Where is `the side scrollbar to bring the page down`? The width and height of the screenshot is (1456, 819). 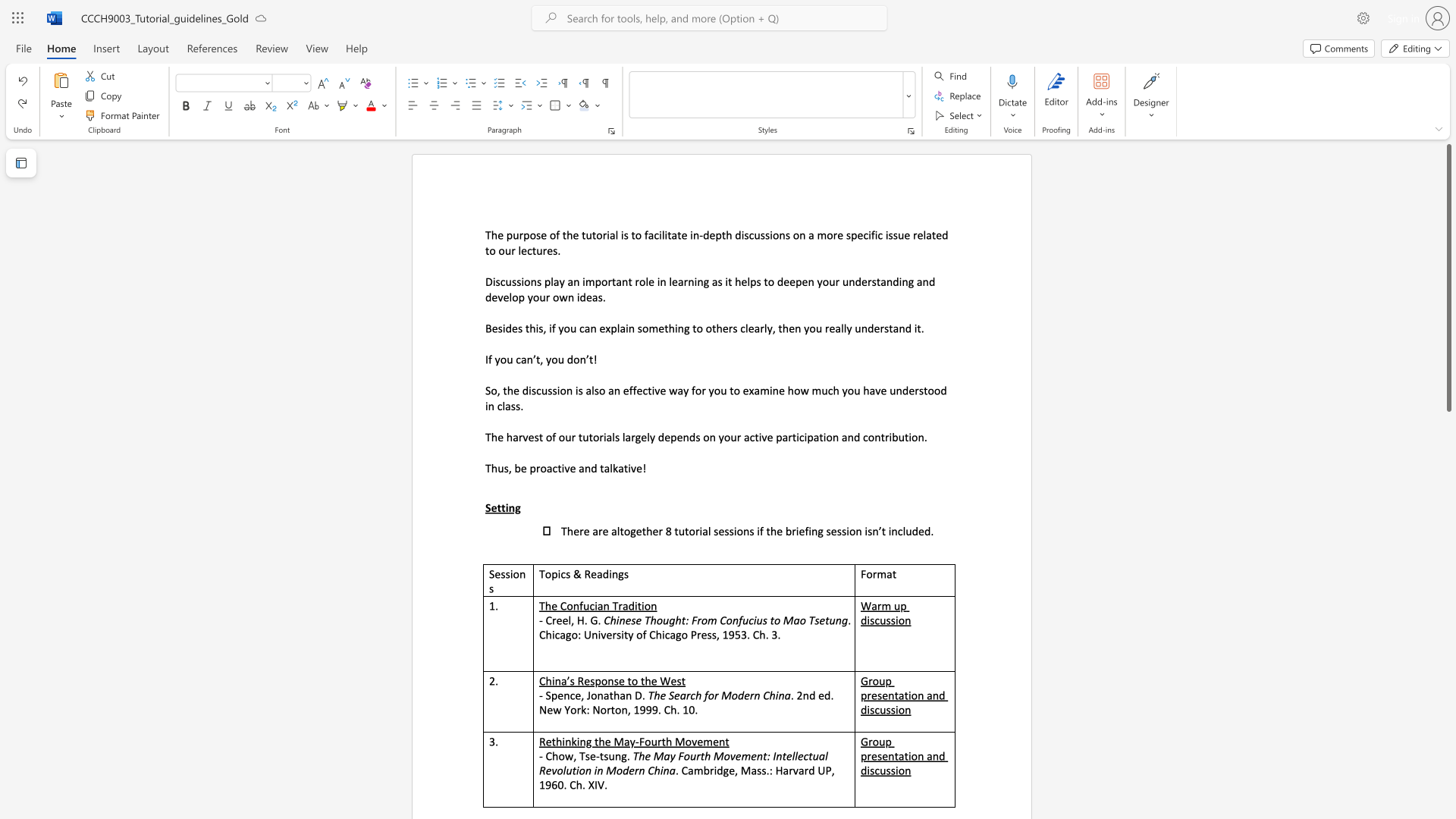
the side scrollbar to bring the page down is located at coordinates (1448, 690).